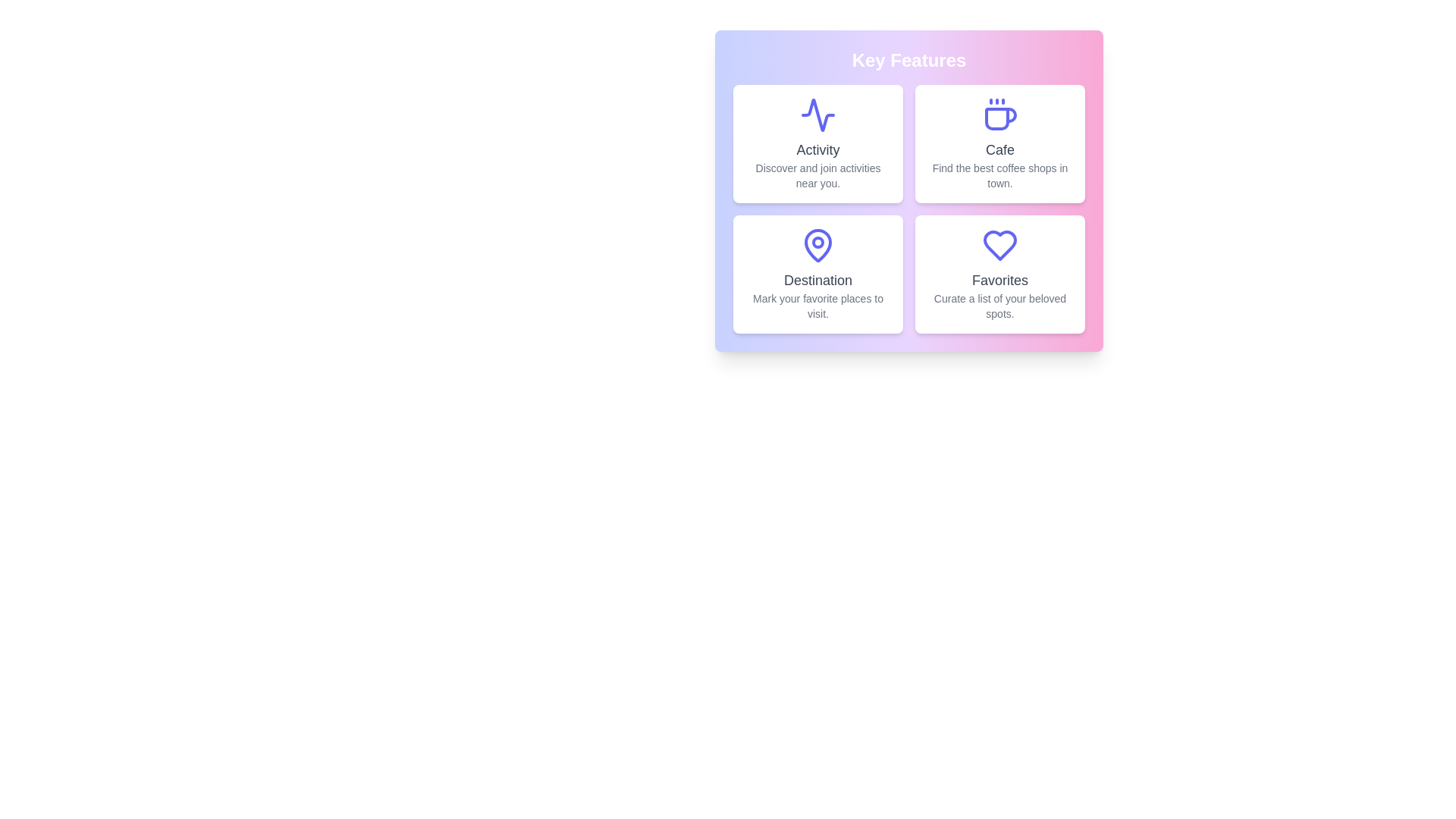 The height and width of the screenshot is (819, 1456). What do you see at coordinates (1000, 275) in the screenshot?
I see `the feature card for Favorites` at bounding box center [1000, 275].